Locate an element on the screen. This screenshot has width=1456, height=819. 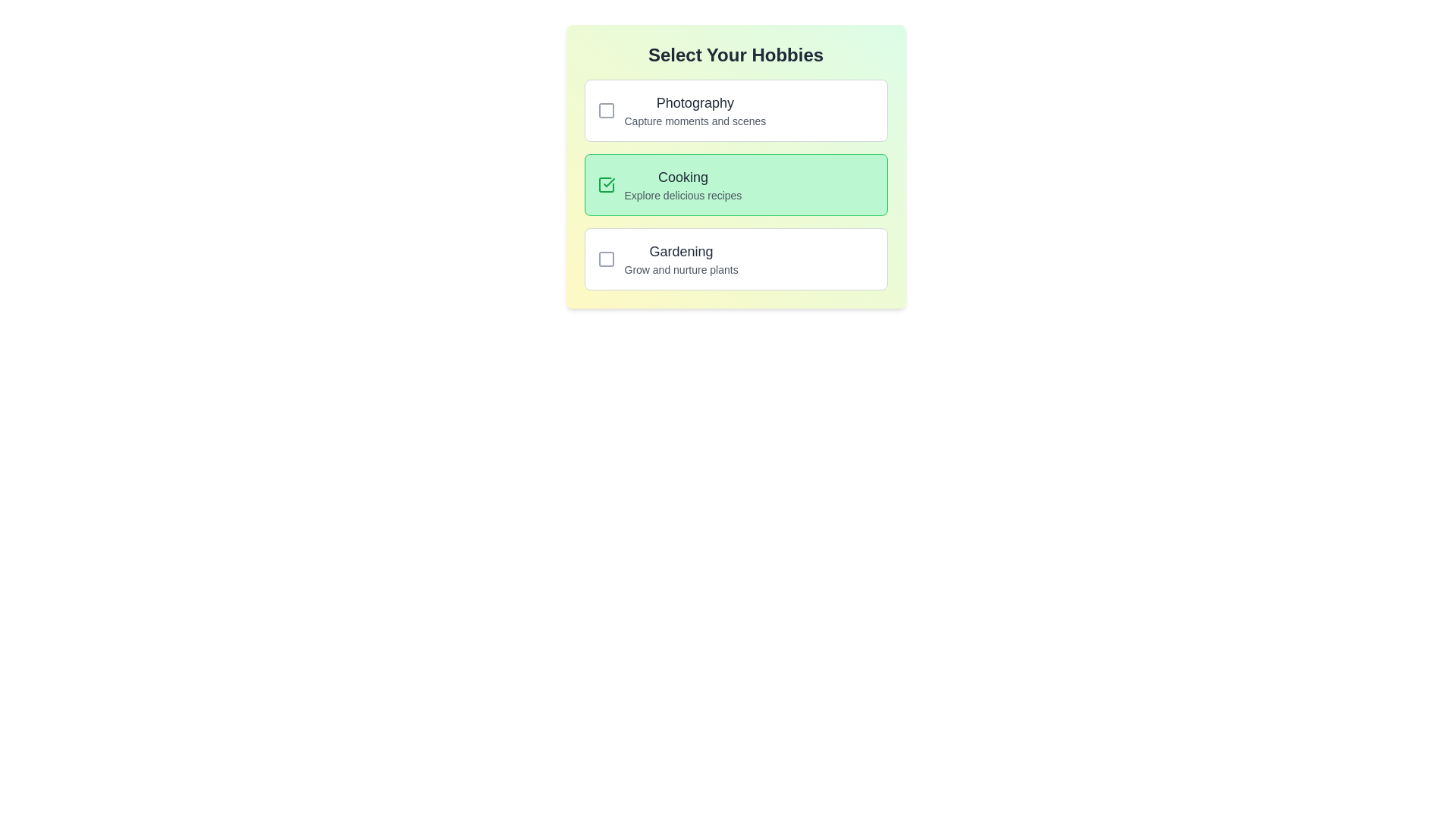
the descriptive text label located below the 'Gardening' label in the third selectable box of the 'Select Your Hobbies' form is located at coordinates (680, 268).